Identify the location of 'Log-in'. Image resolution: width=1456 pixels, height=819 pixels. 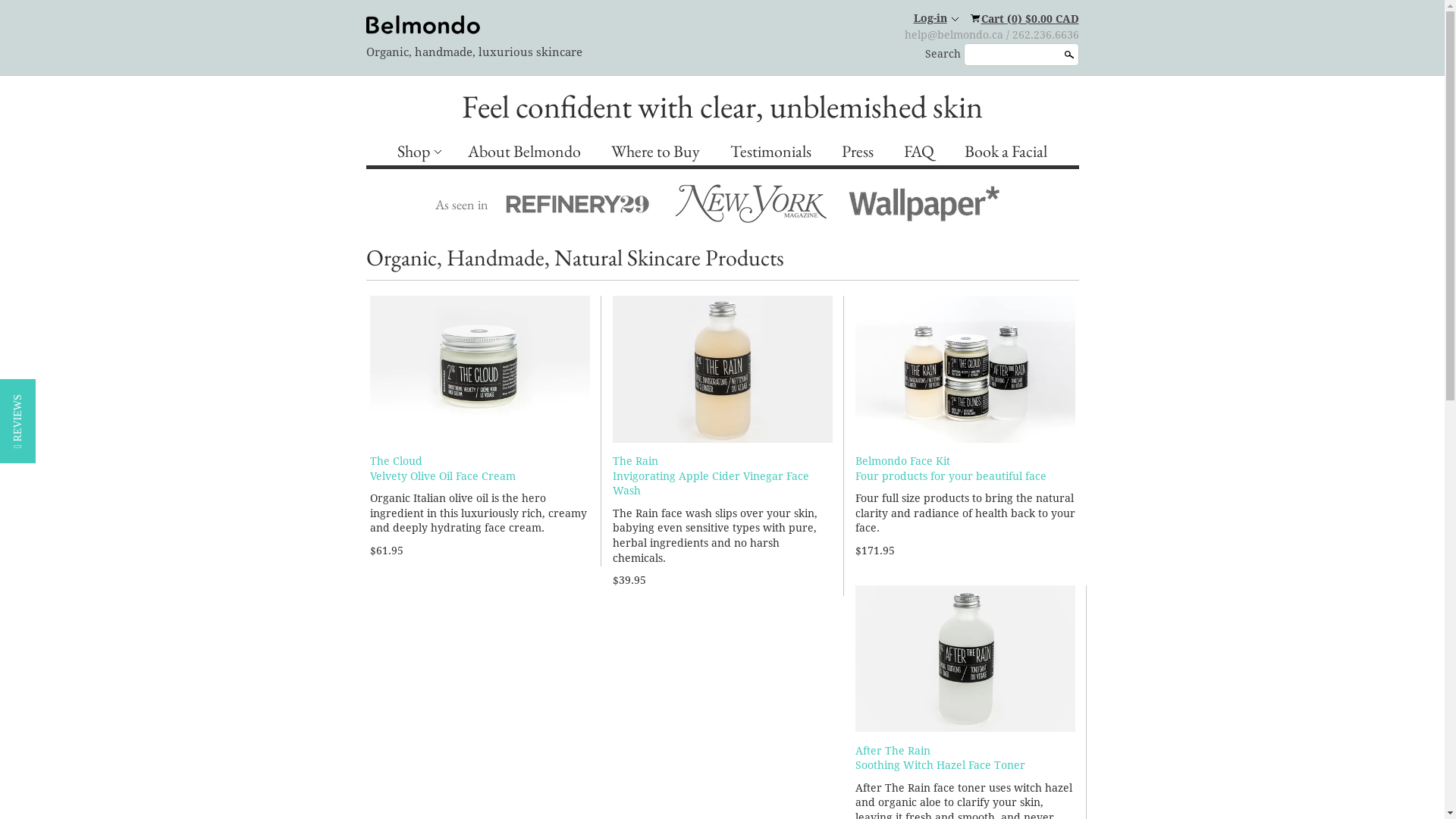
(934, 18).